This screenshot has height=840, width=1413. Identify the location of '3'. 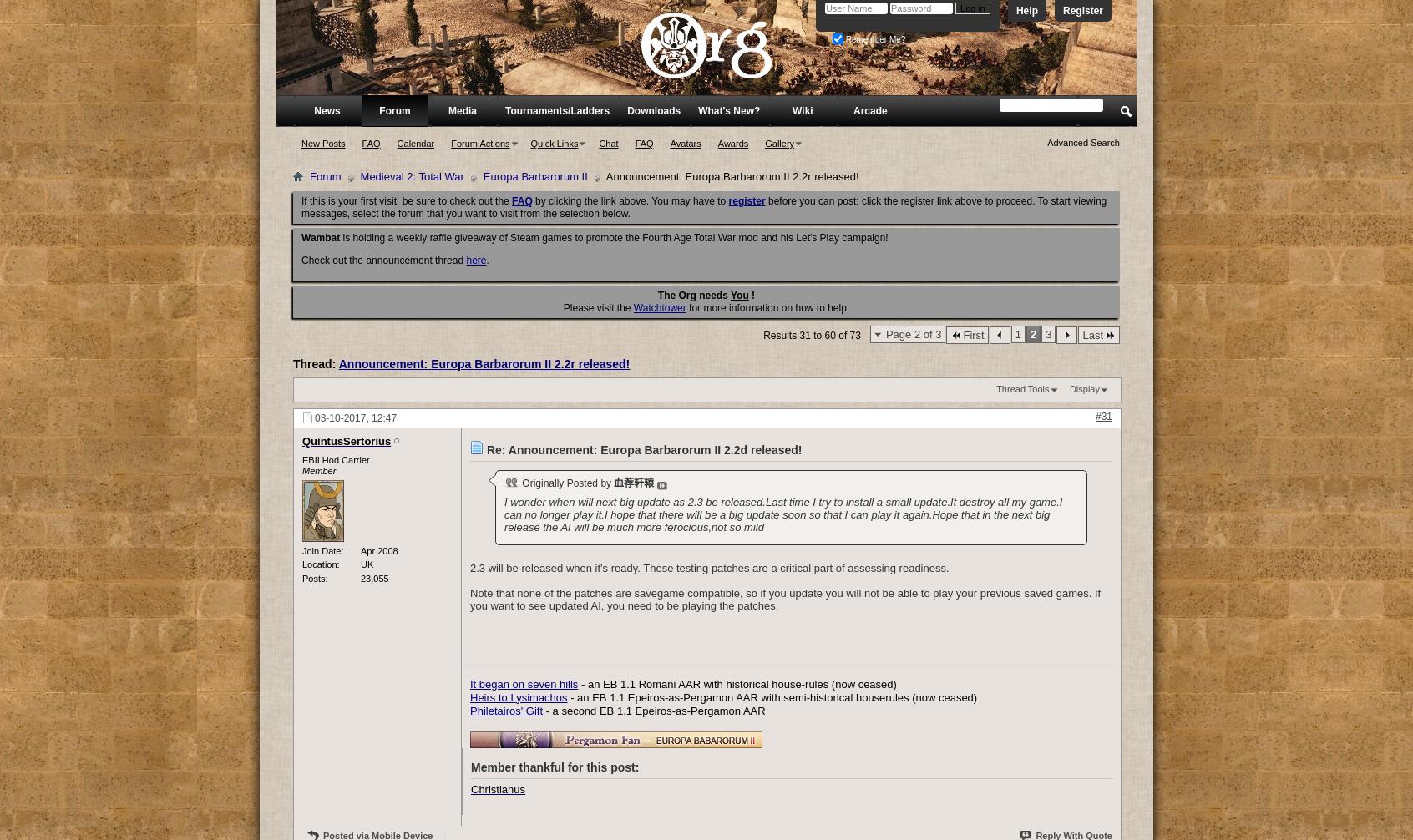
(1046, 333).